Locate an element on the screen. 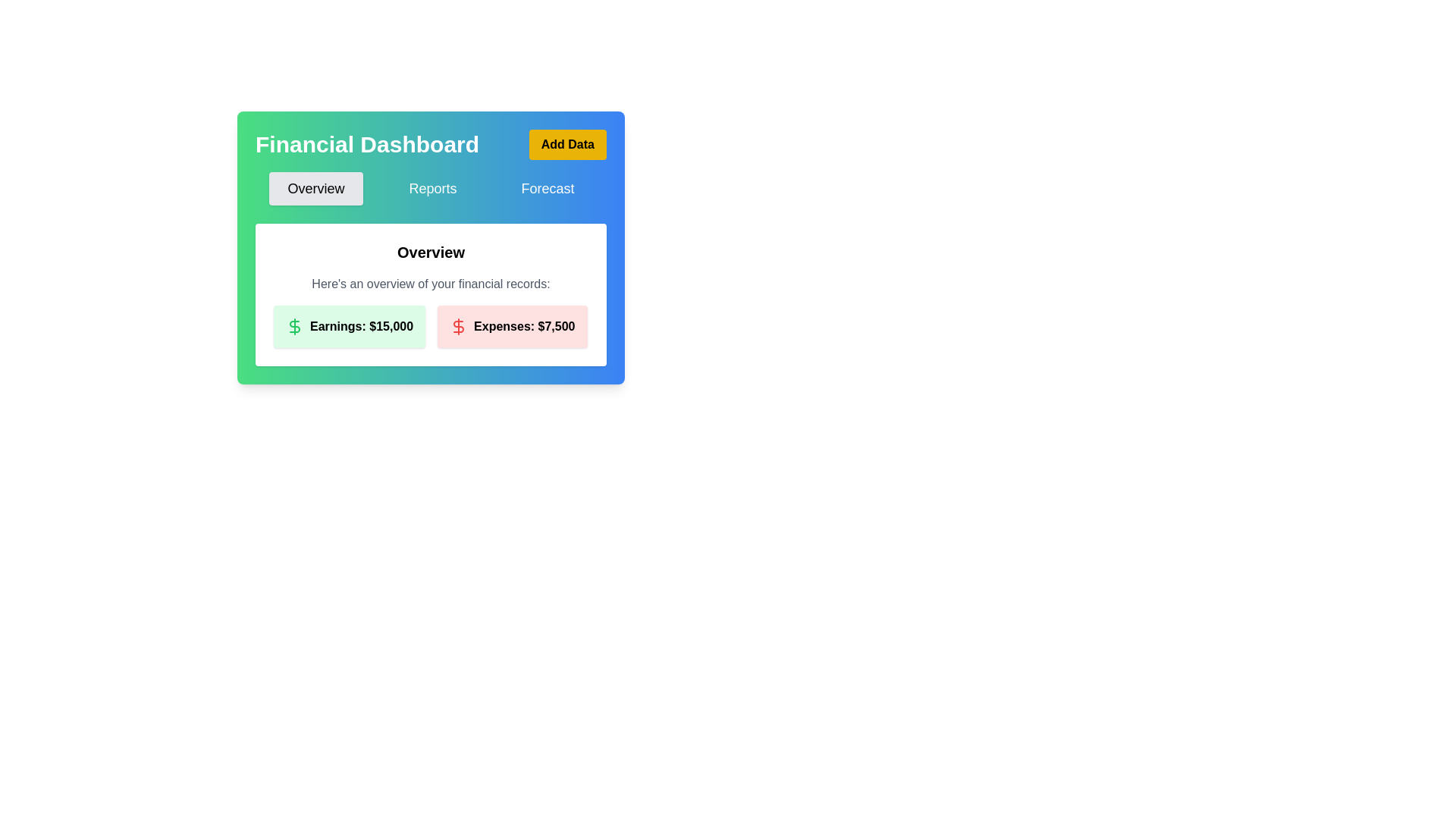 Image resolution: width=1456 pixels, height=819 pixels. the left or right section of the Information Display with Two Panels to interact with the financial summary is located at coordinates (430, 326).